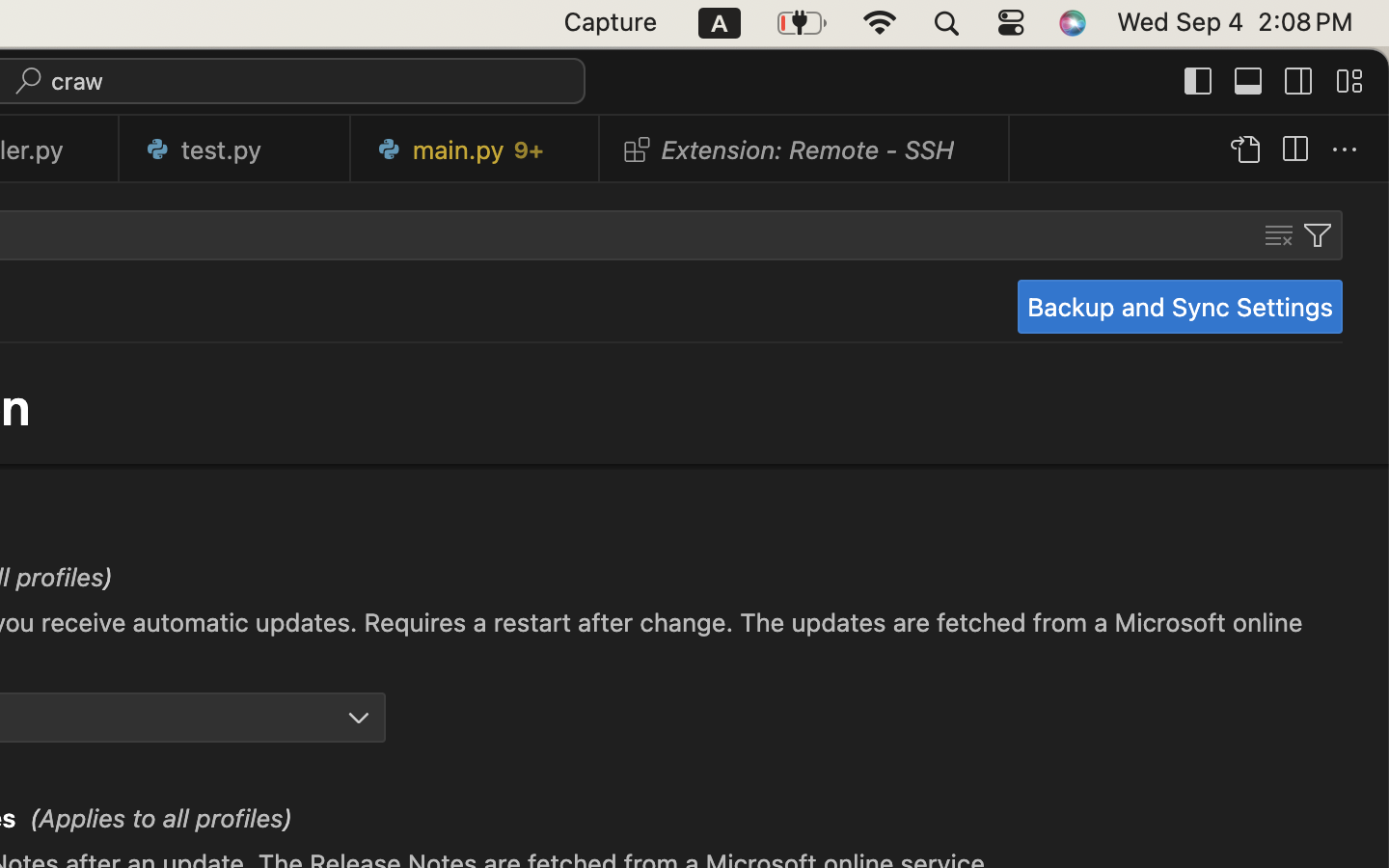 The height and width of the screenshot is (868, 1389). What do you see at coordinates (233, 149) in the screenshot?
I see `'0 test.py  '` at bounding box center [233, 149].